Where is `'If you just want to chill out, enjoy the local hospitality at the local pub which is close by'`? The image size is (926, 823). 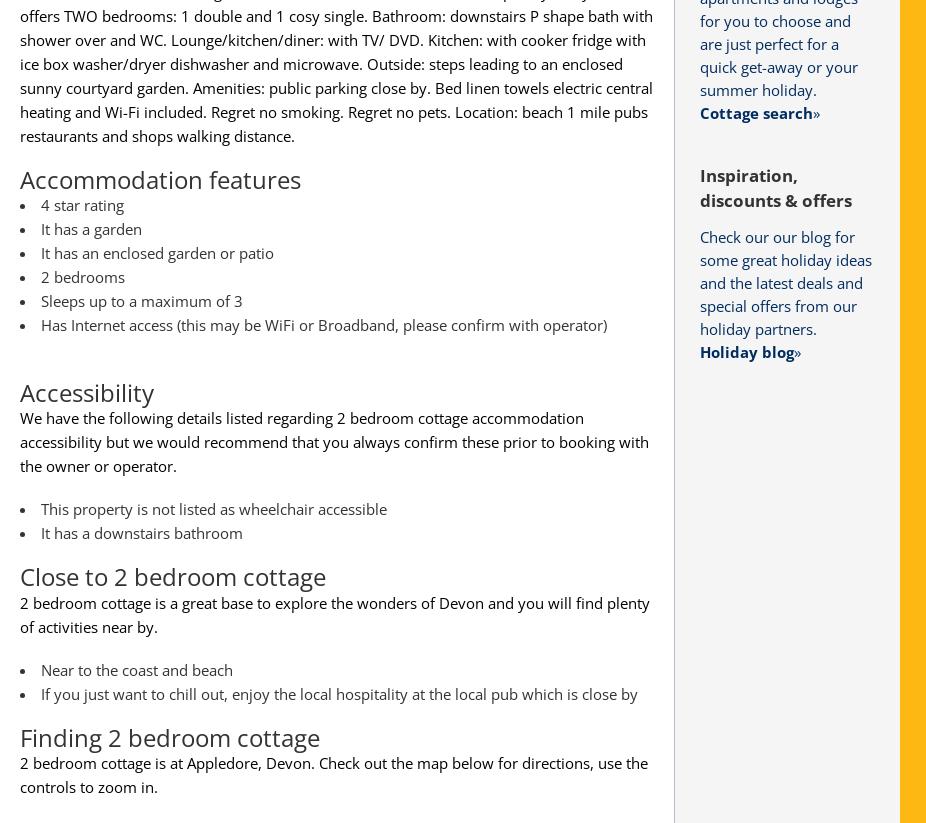 'If you just want to chill out, enjoy the local hospitality at the local pub which is close by' is located at coordinates (40, 691).